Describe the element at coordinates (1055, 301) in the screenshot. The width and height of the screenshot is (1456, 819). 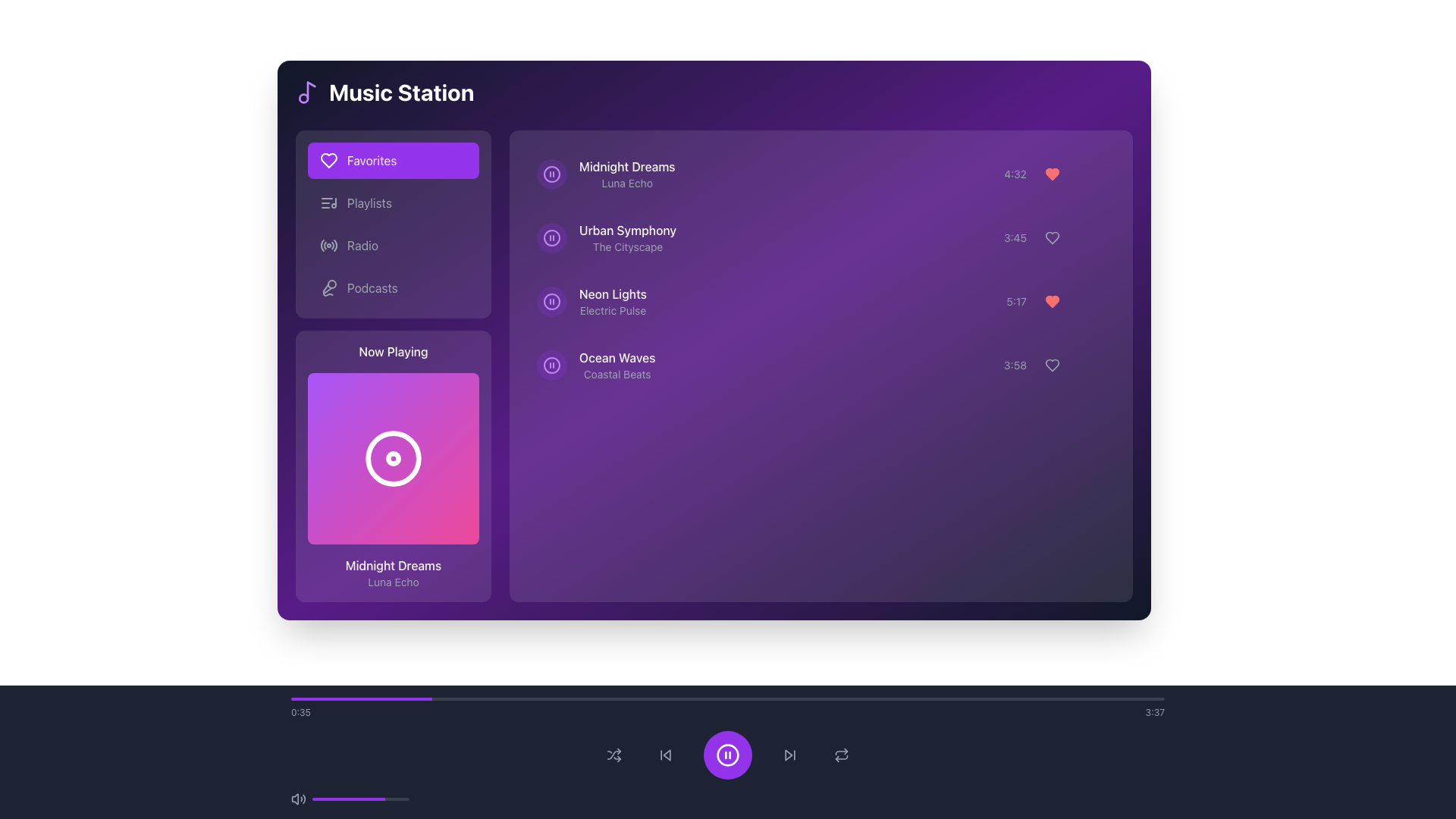
I see `the heart icon located in the 'Neon Lights' row of the playlist section to trigger the visual tooltip or effect` at that location.